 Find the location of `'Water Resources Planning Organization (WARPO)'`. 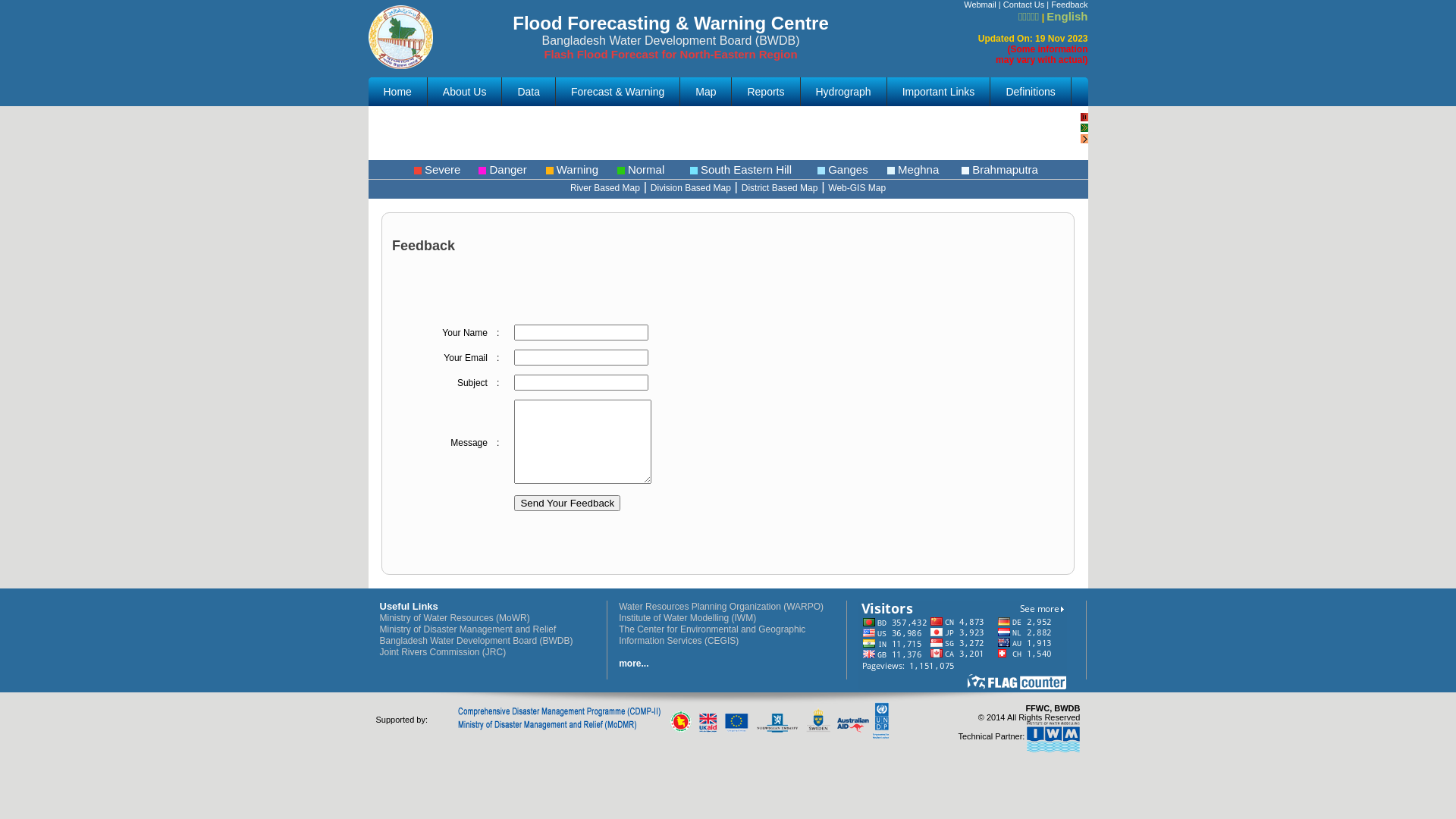

'Water Resources Planning Organization (WARPO)' is located at coordinates (720, 605).